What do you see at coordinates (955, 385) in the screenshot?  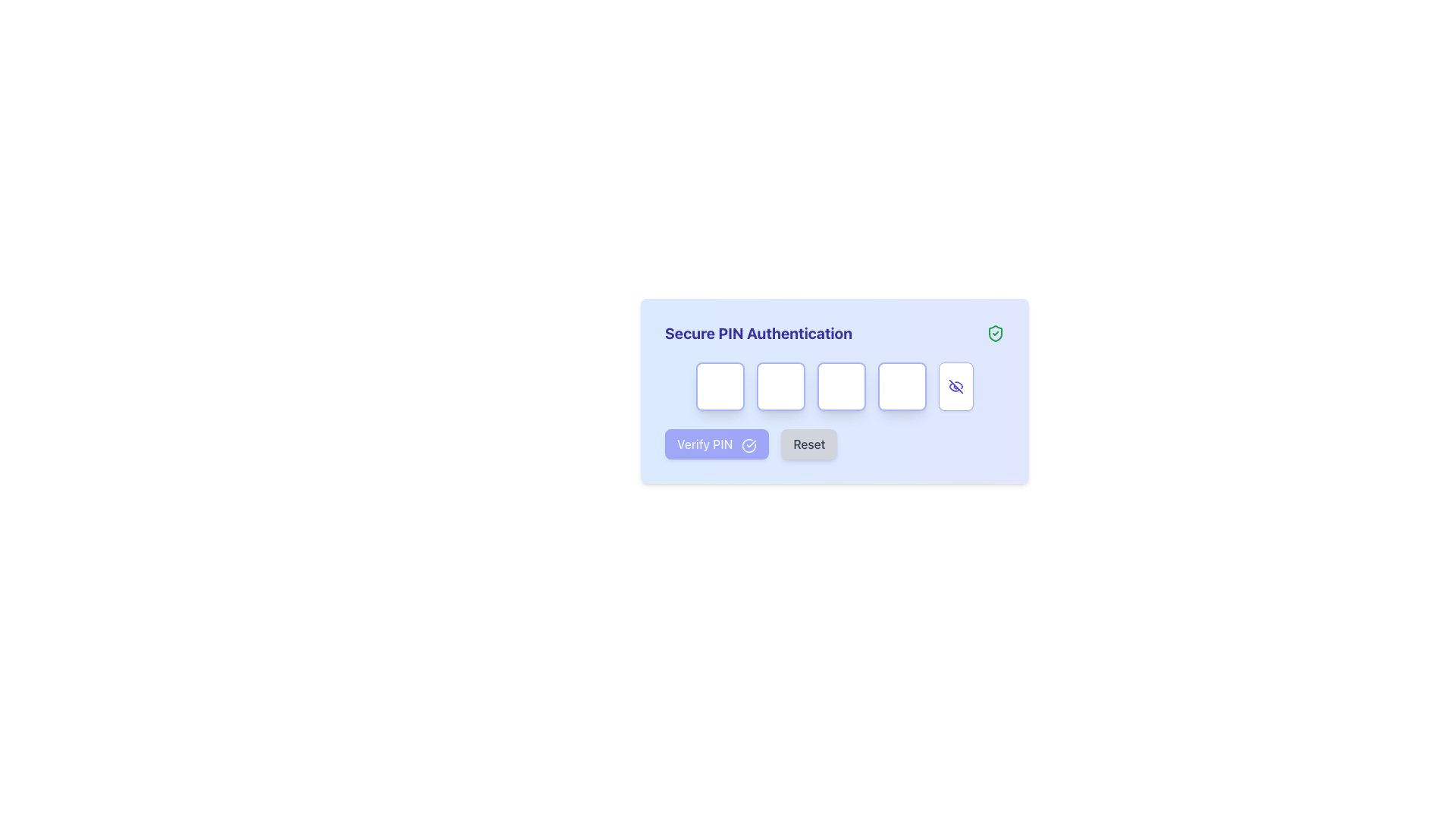 I see `the eye-slash icon in the bottom-right section of the main interface` at bounding box center [955, 385].